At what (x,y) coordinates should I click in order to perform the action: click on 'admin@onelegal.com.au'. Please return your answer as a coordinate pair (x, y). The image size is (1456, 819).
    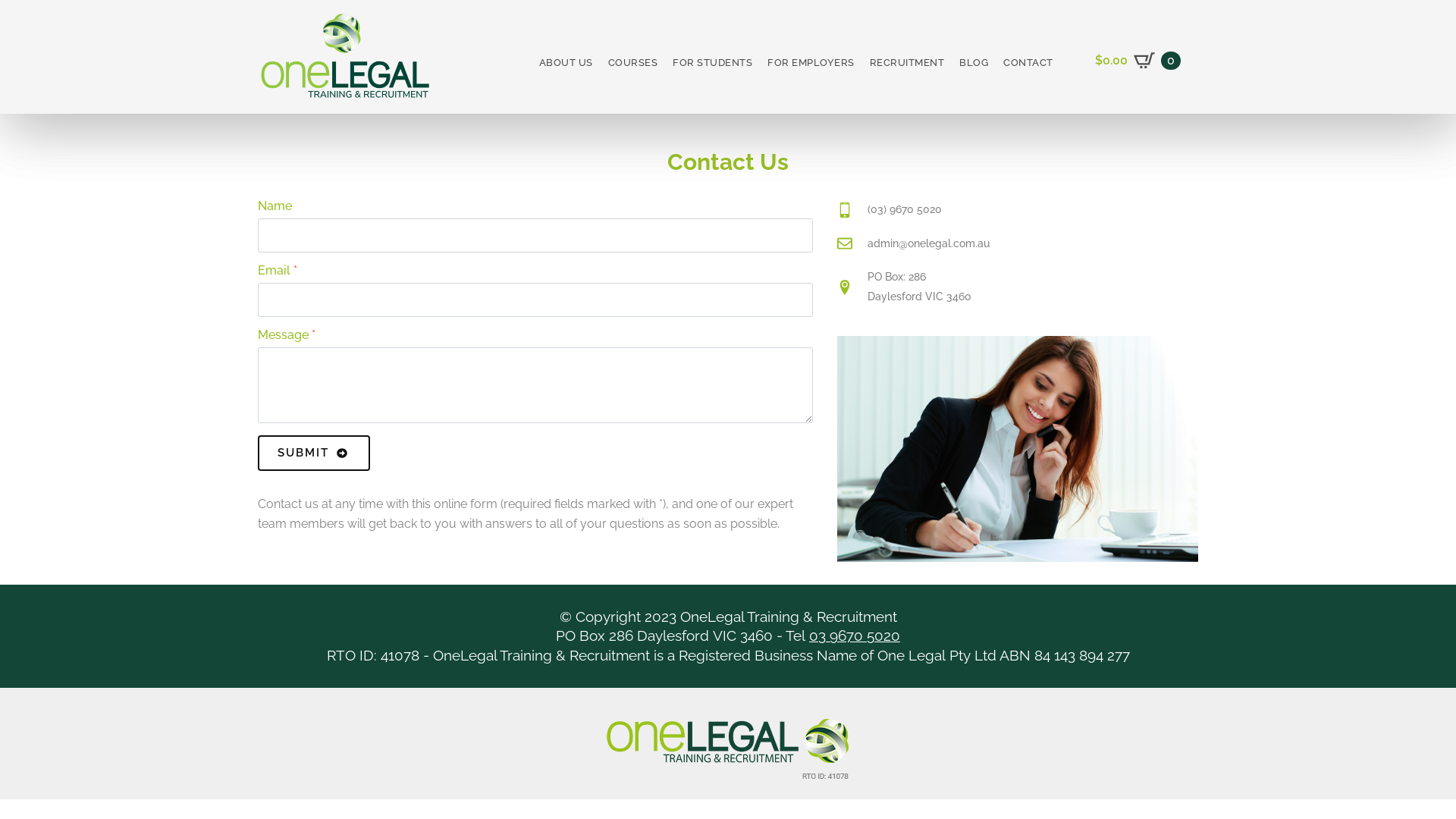
    Looking at the image, I should click on (912, 243).